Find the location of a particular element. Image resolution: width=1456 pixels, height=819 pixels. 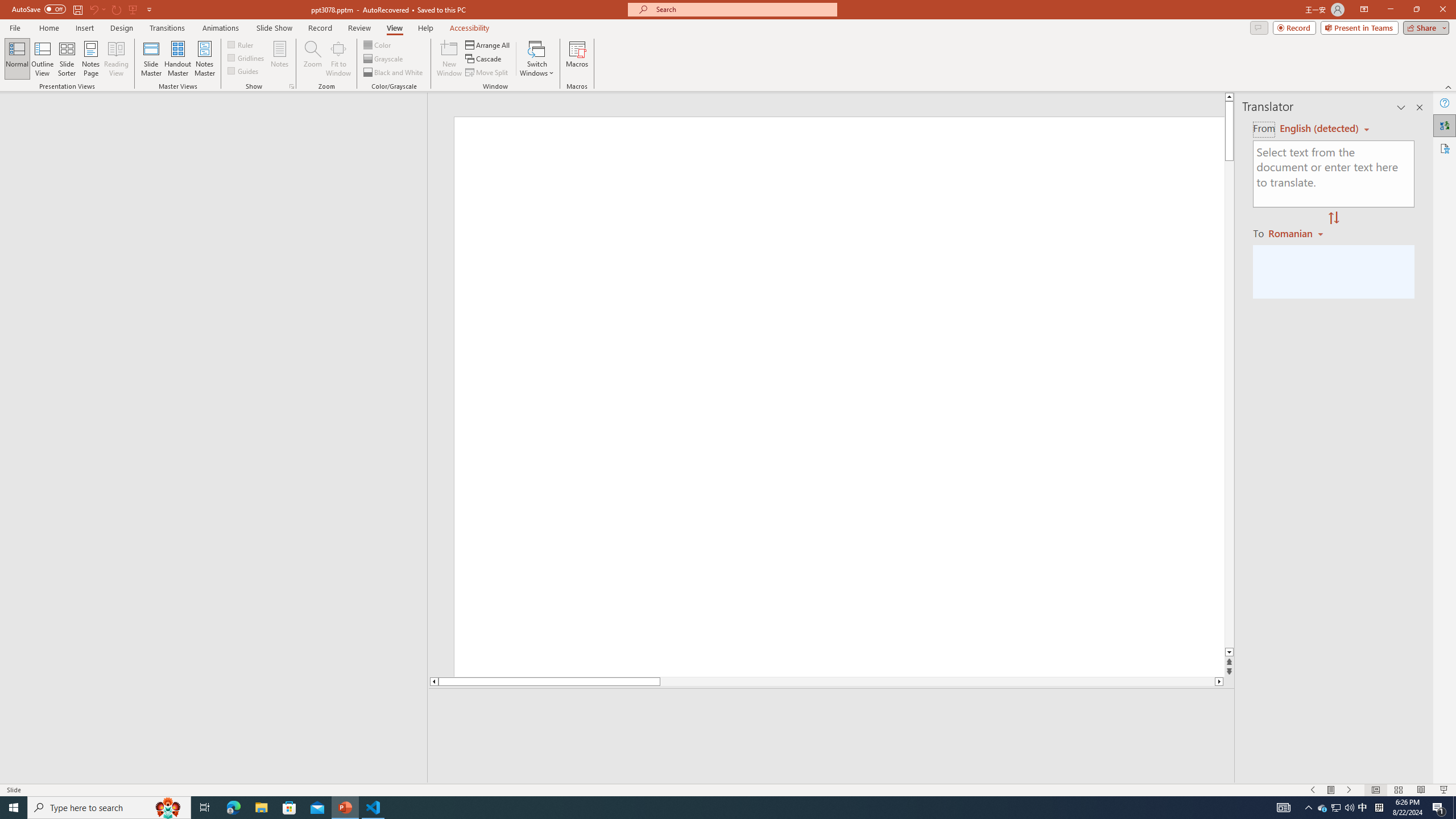

'Swap "from" and "to" languages.' is located at coordinates (1333, 218).